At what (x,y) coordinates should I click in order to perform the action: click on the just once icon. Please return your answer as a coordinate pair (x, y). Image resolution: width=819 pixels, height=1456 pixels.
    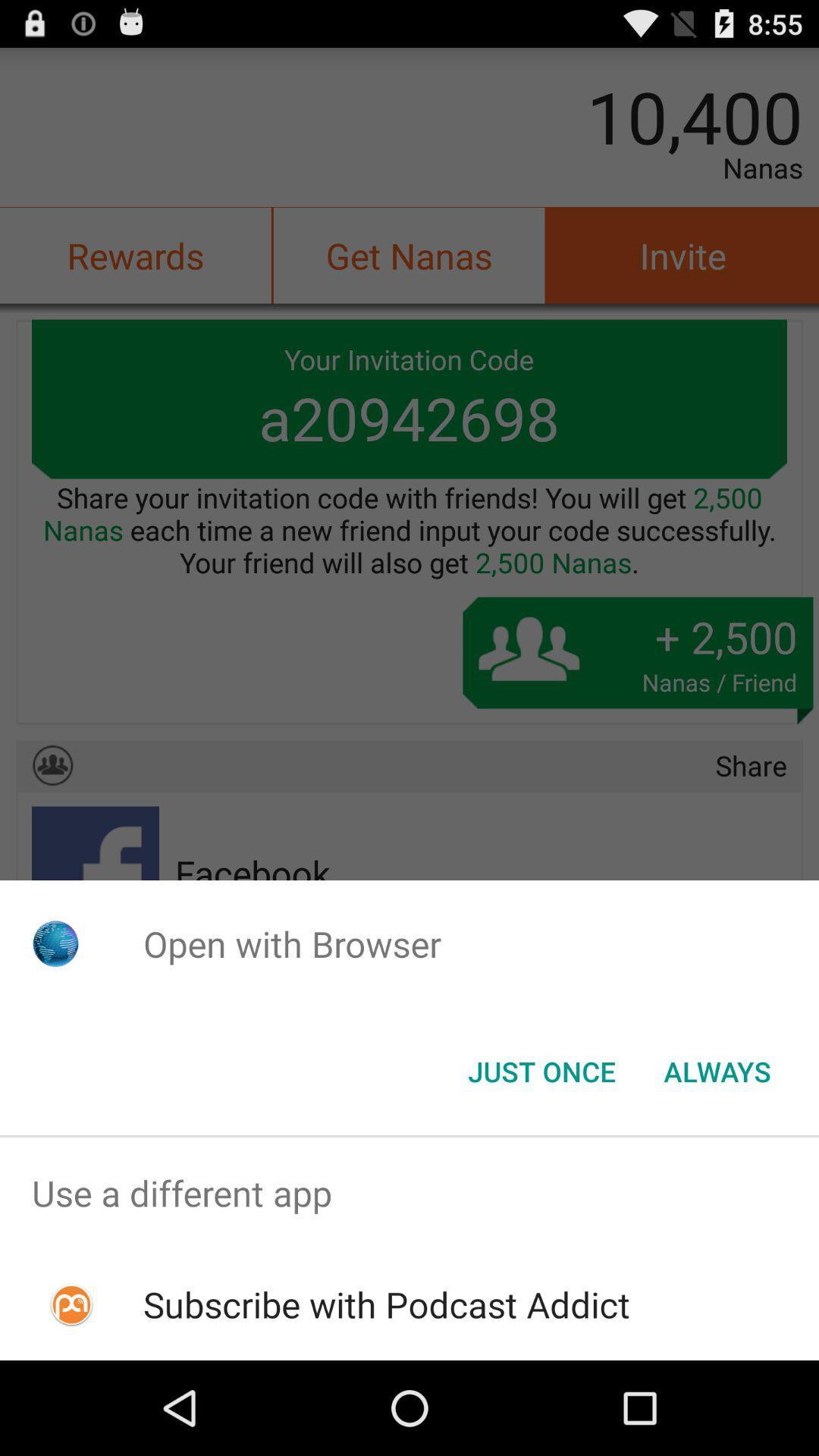
    Looking at the image, I should click on (541, 1070).